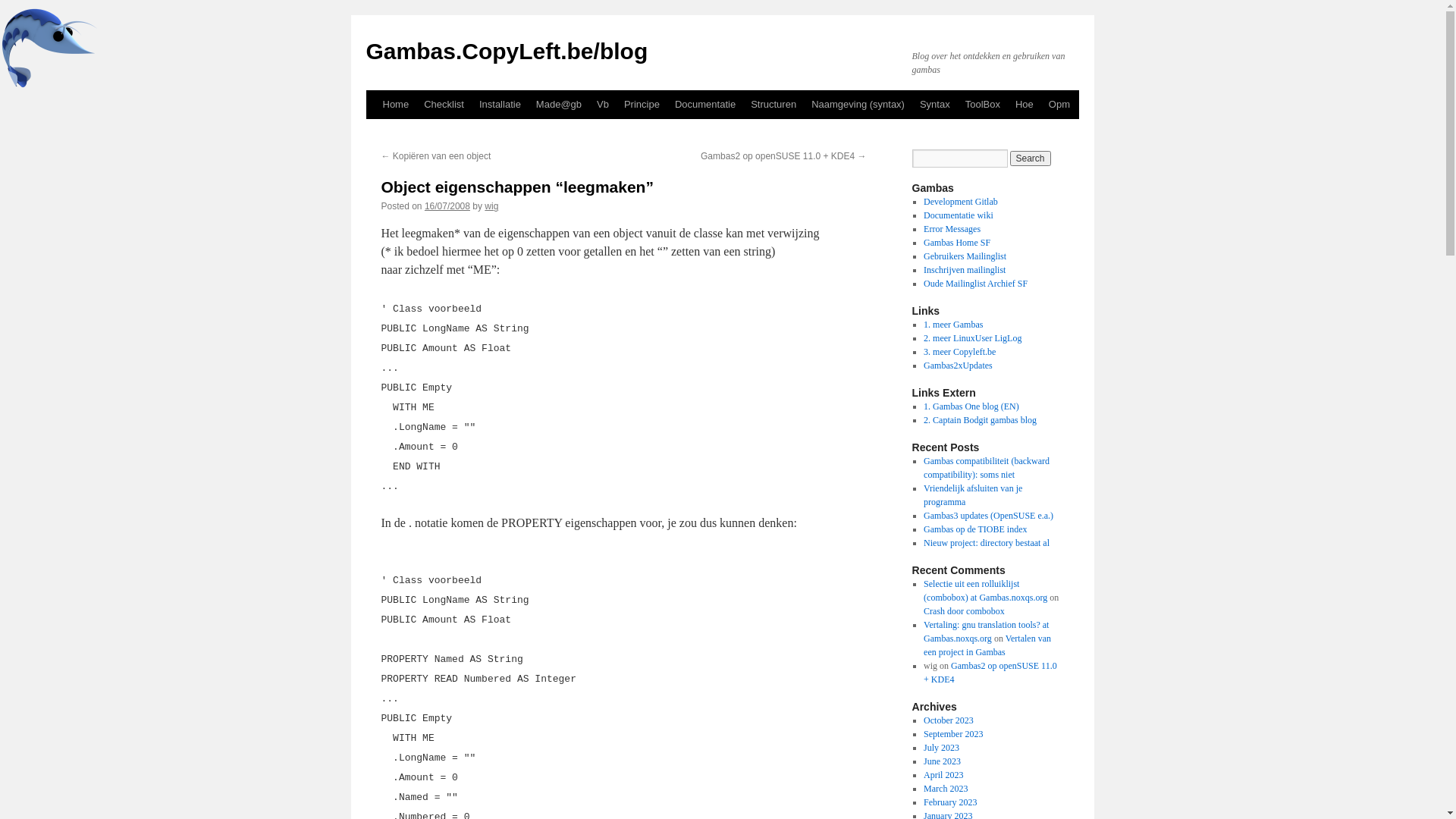  Describe the element at coordinates (960, 201) in the screenshot. I see `'Development Gitlab'` at that location.